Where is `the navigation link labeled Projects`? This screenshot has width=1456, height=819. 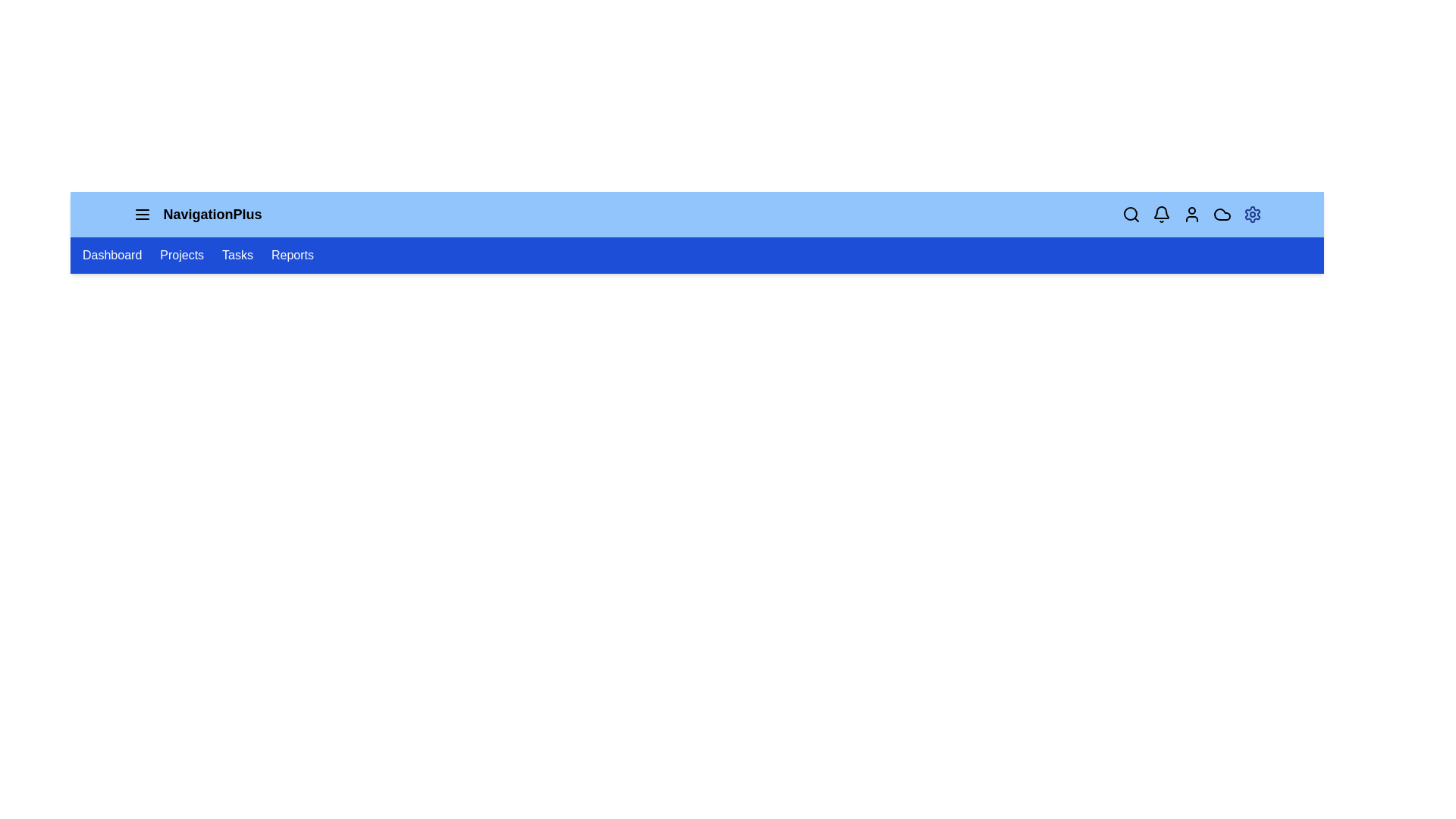
the navigation link labeled Projects is located at coordinates (182, 254).